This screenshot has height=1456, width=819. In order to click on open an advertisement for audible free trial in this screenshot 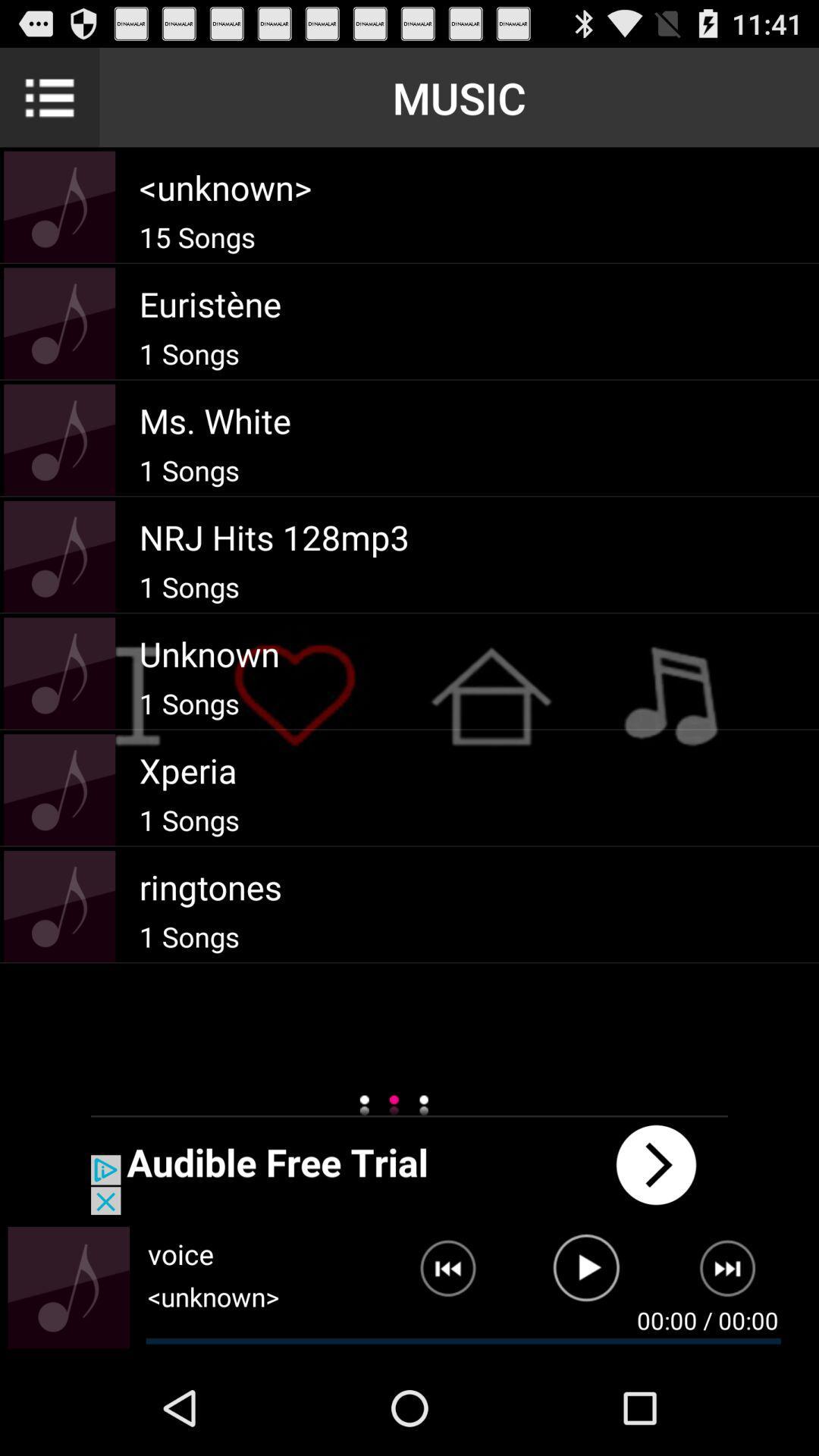, I will do `click(409, 1164)`.